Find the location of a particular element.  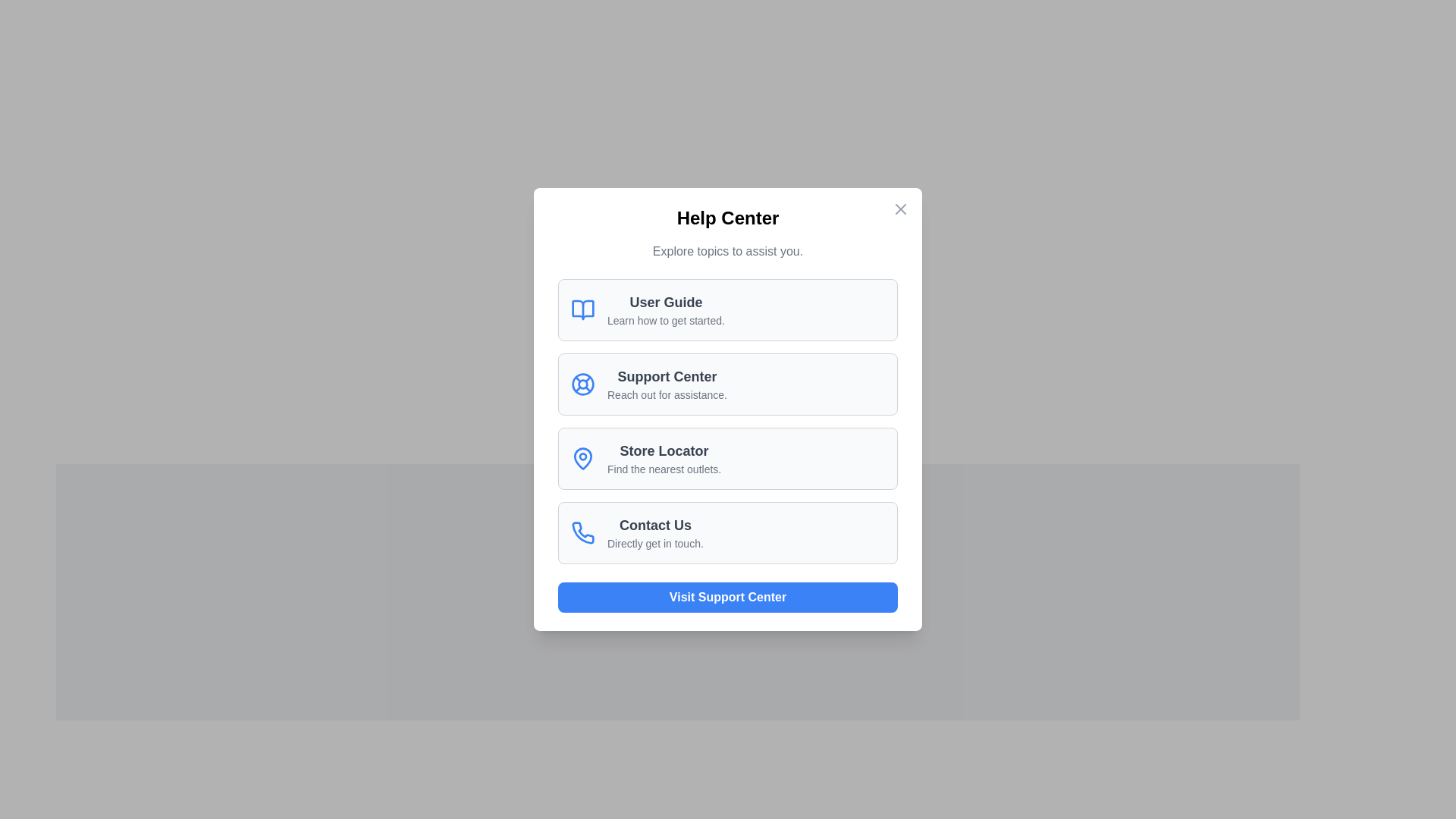

the pin-shaped icon in the 'Store Locator' section, which has a blue border and white fill, located next to the description text as the third icon in the vertical list is located at coordinates (582, 457).